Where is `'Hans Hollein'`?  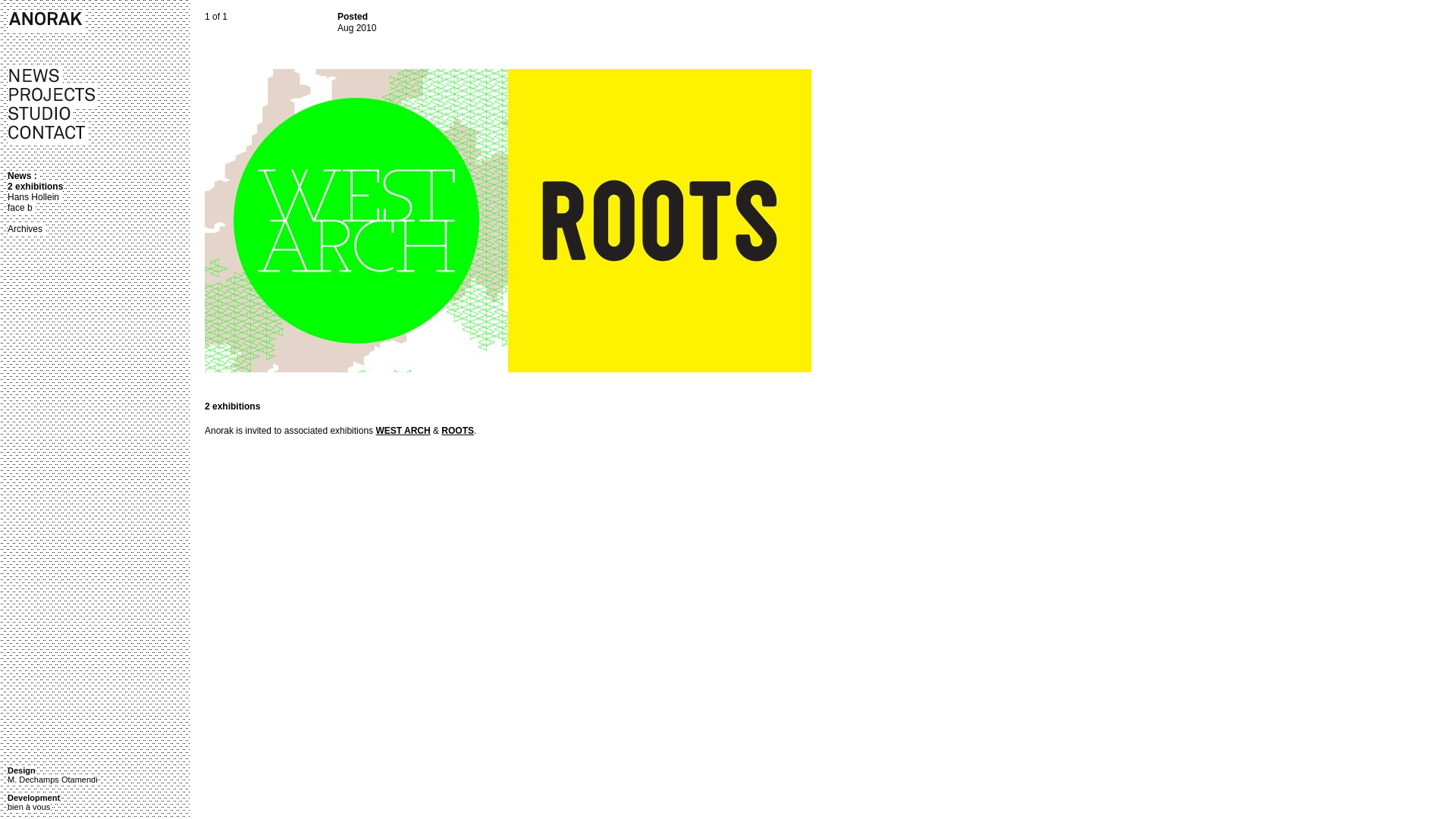
'Hans Hollein' is located at coordinates (7, 196).